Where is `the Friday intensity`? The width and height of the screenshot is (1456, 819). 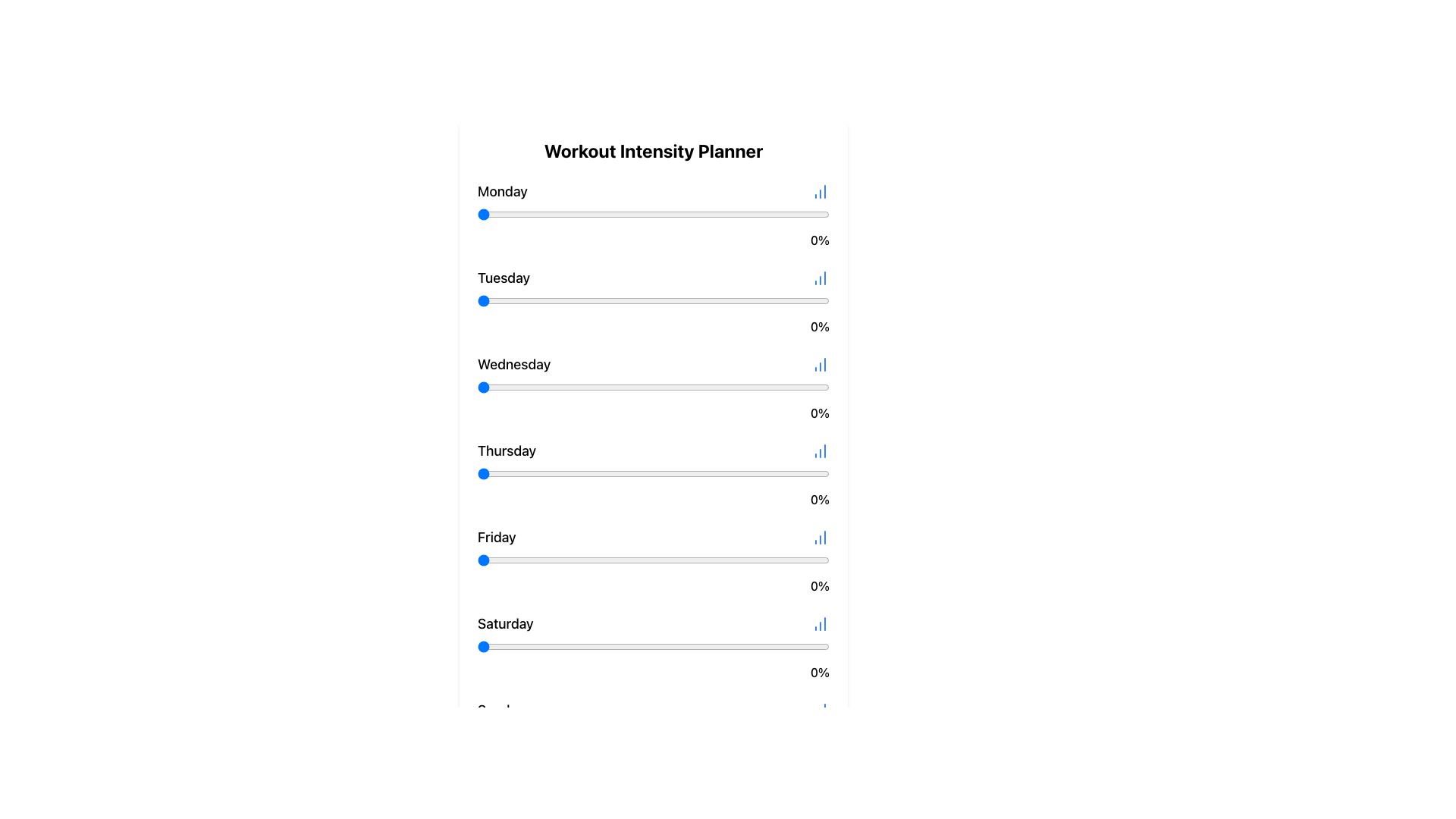
the Friday intensity is located at coordinates (639, 560).